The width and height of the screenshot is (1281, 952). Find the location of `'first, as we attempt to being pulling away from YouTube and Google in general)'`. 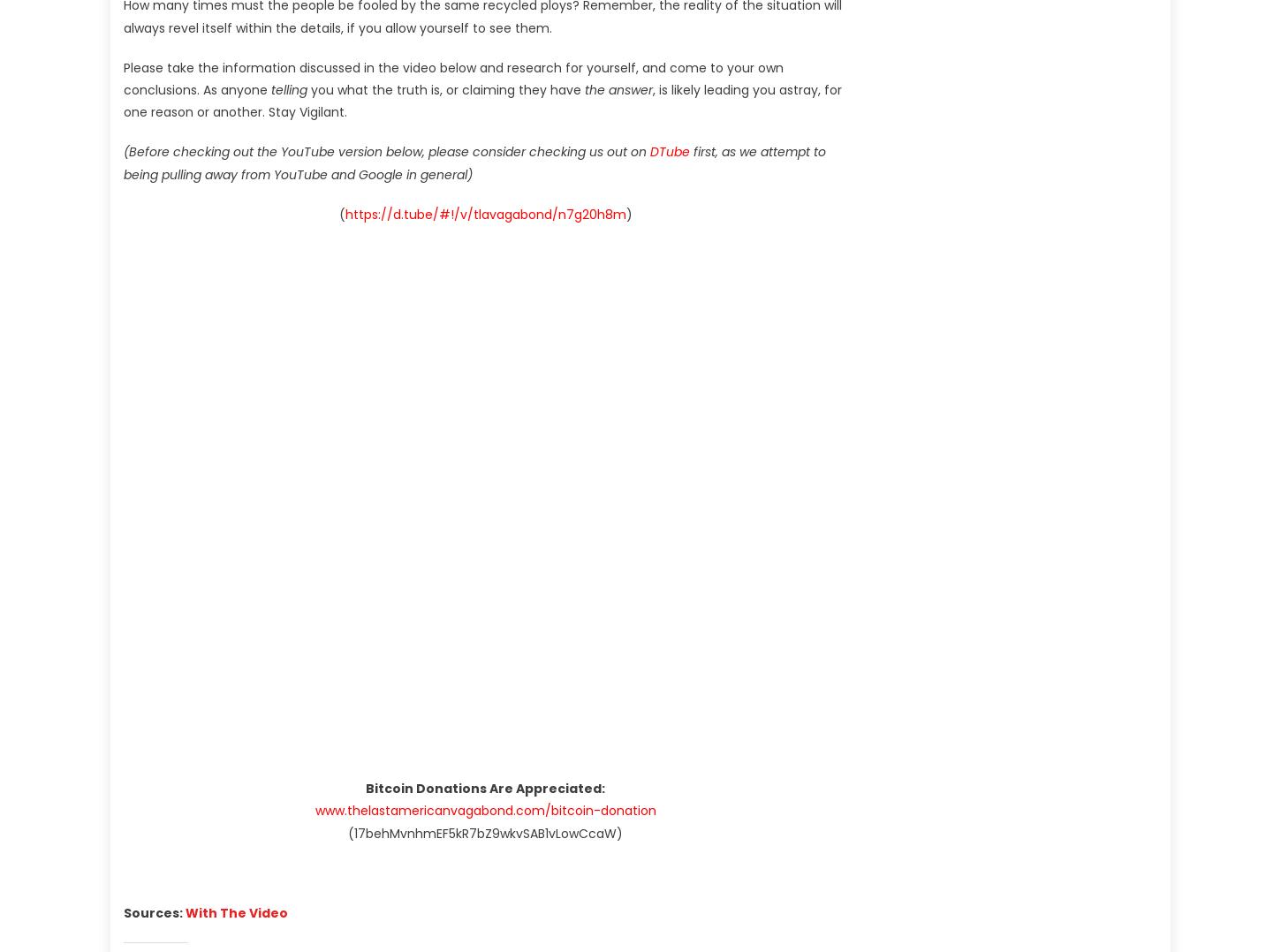

'first, as we attempt to being pulling away from YouTube and Google in general)' is located at coordinates (474, 162).